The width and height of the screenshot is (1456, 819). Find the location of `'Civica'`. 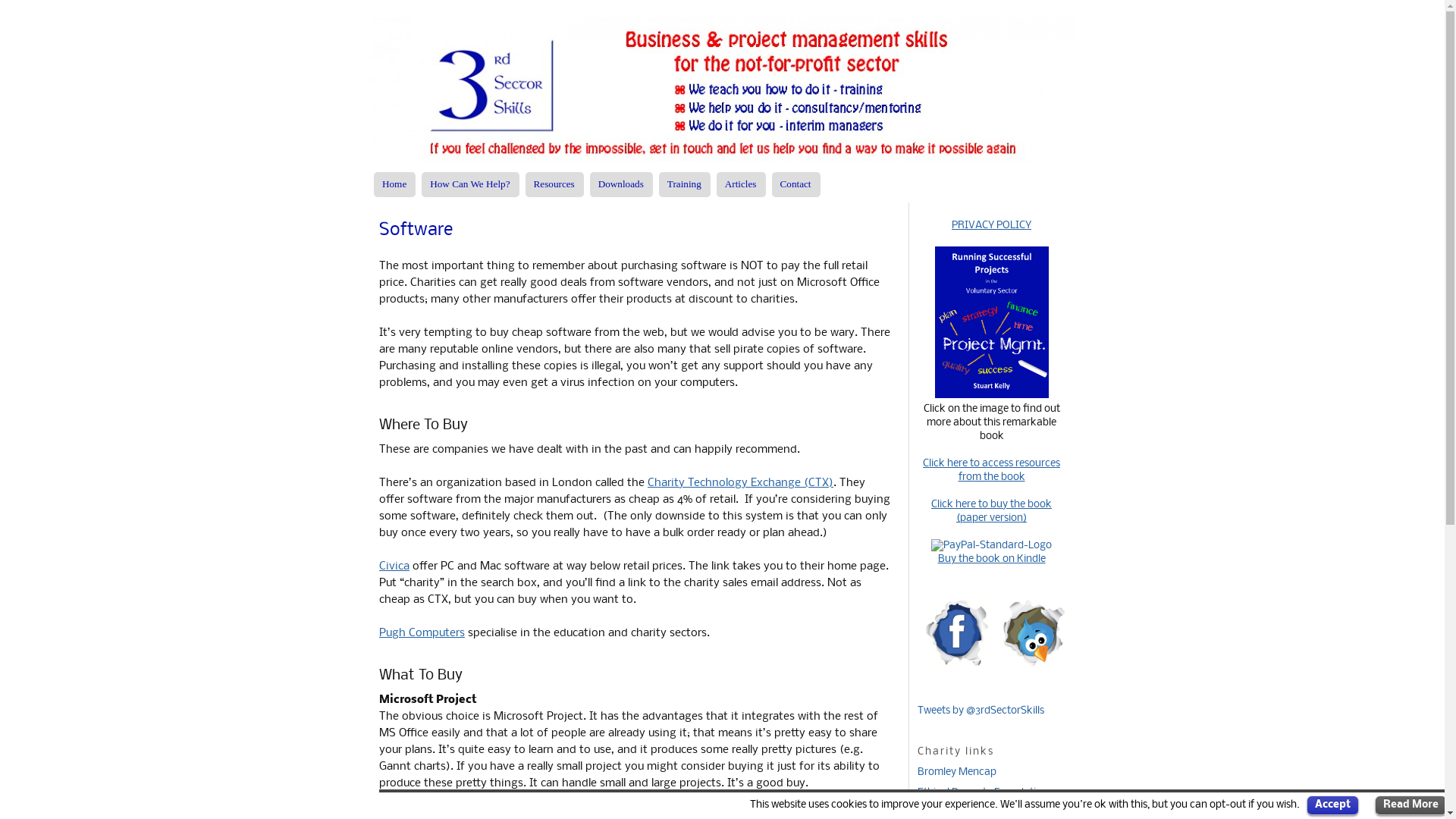

'Civica' is located at coordinates (394, 566).